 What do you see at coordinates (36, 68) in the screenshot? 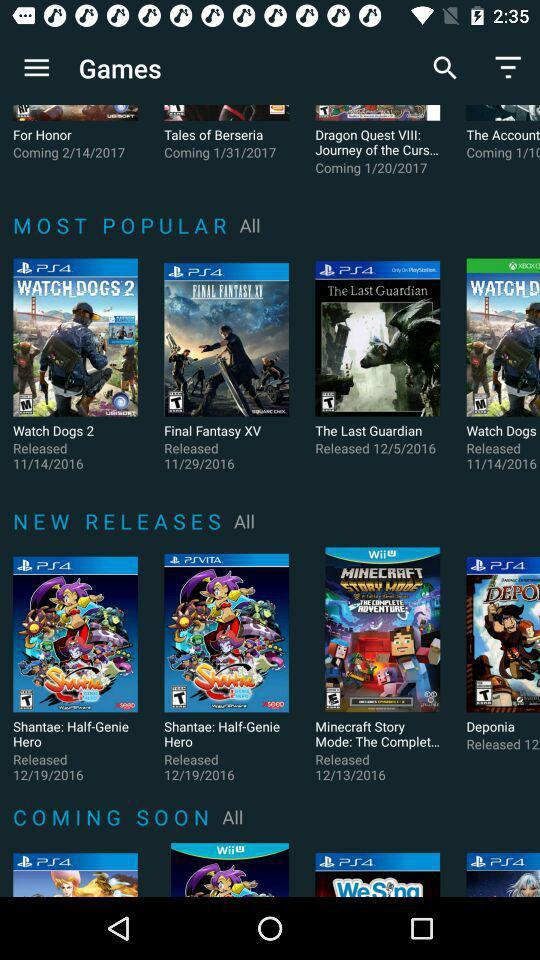
I see `app to the left of games icon` at bounding box center [36, 68].